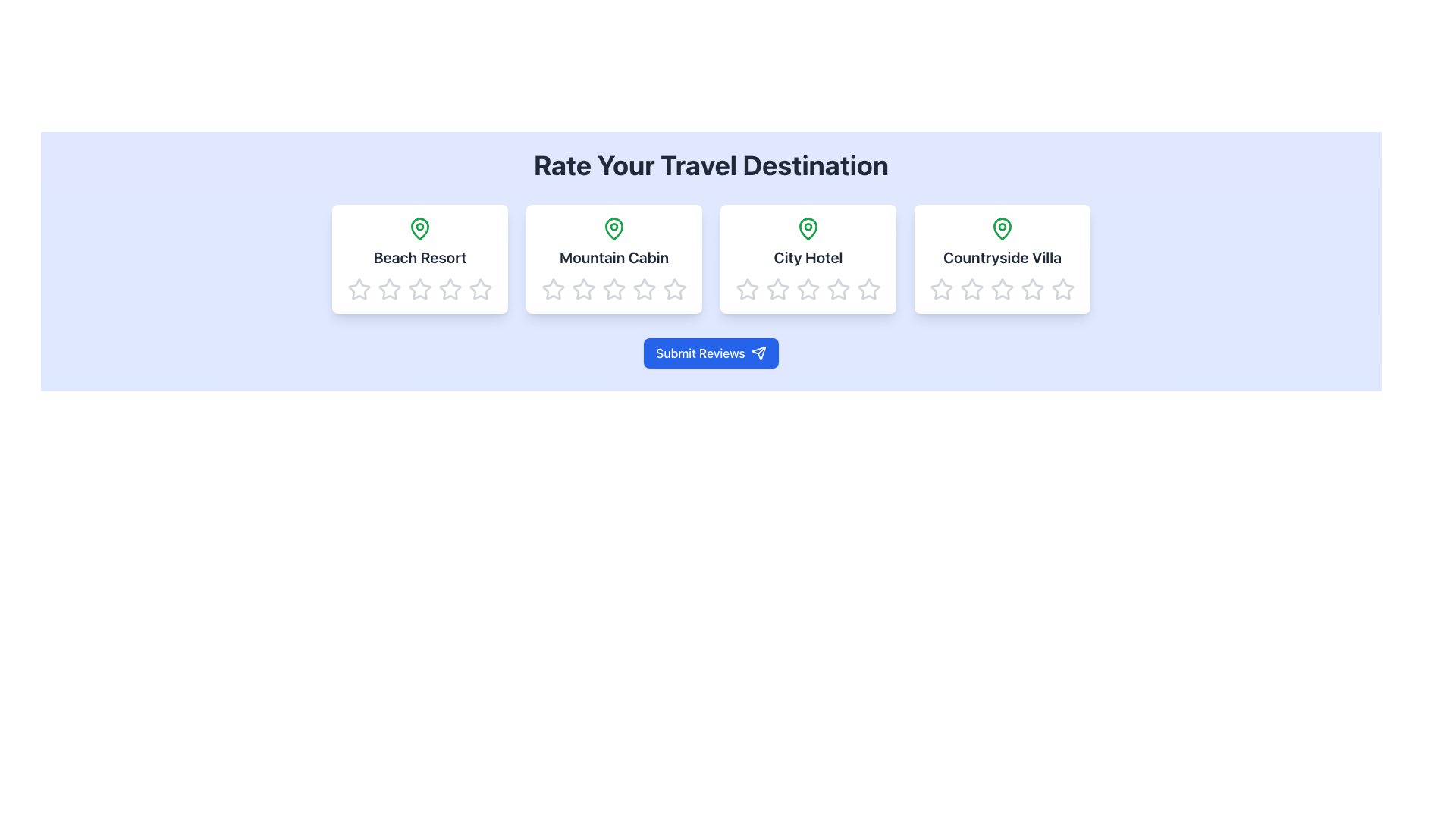 This screenshot has width=1456, height=819. Describe the element at coordinates (614, 289) in the screenshot. I see `the star icon in the Rating component below the label 'Mountain Cabin'` at that location.